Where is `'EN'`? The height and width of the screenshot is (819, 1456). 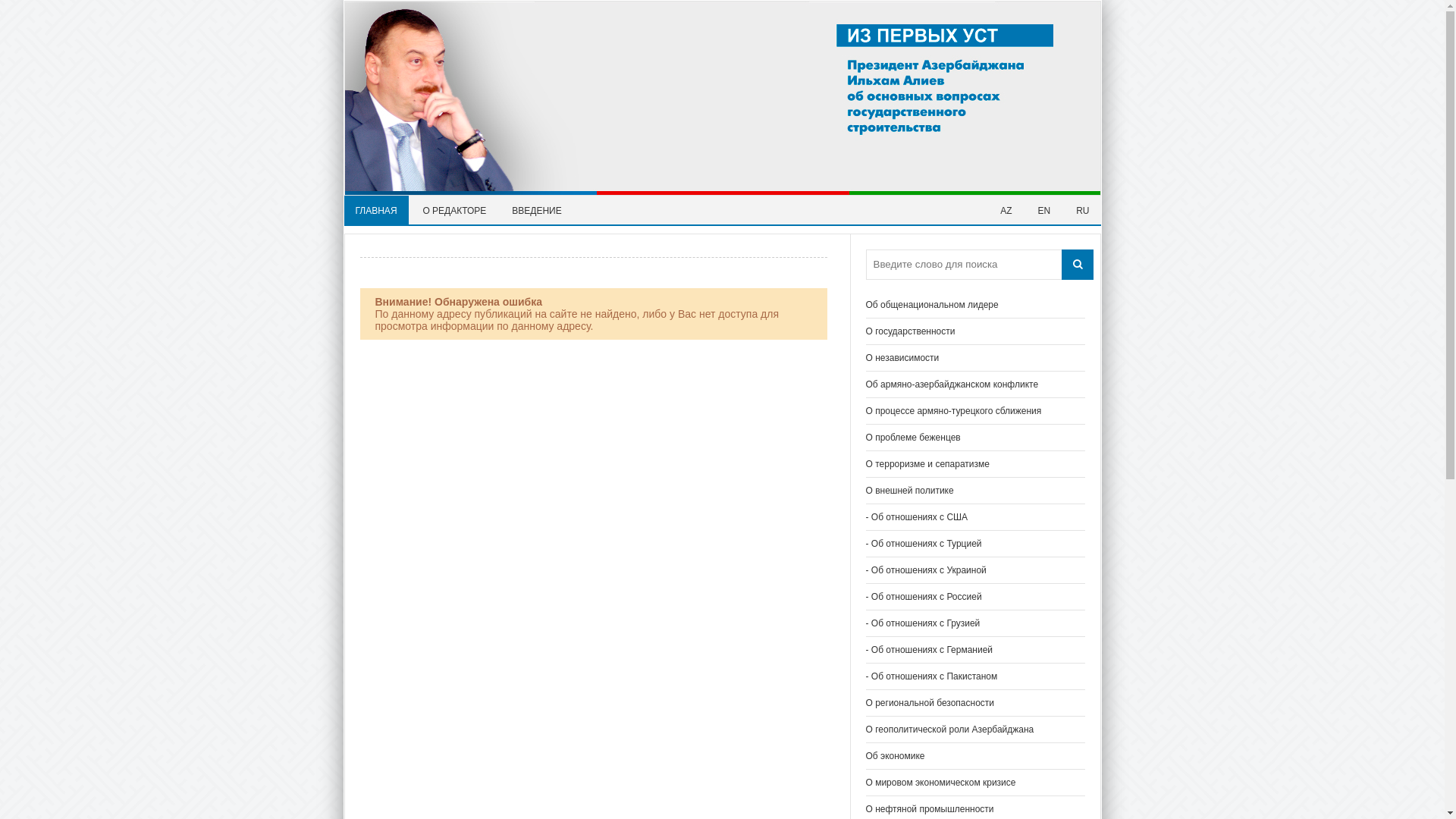 'EN' is located at coordinates (1043, 210).